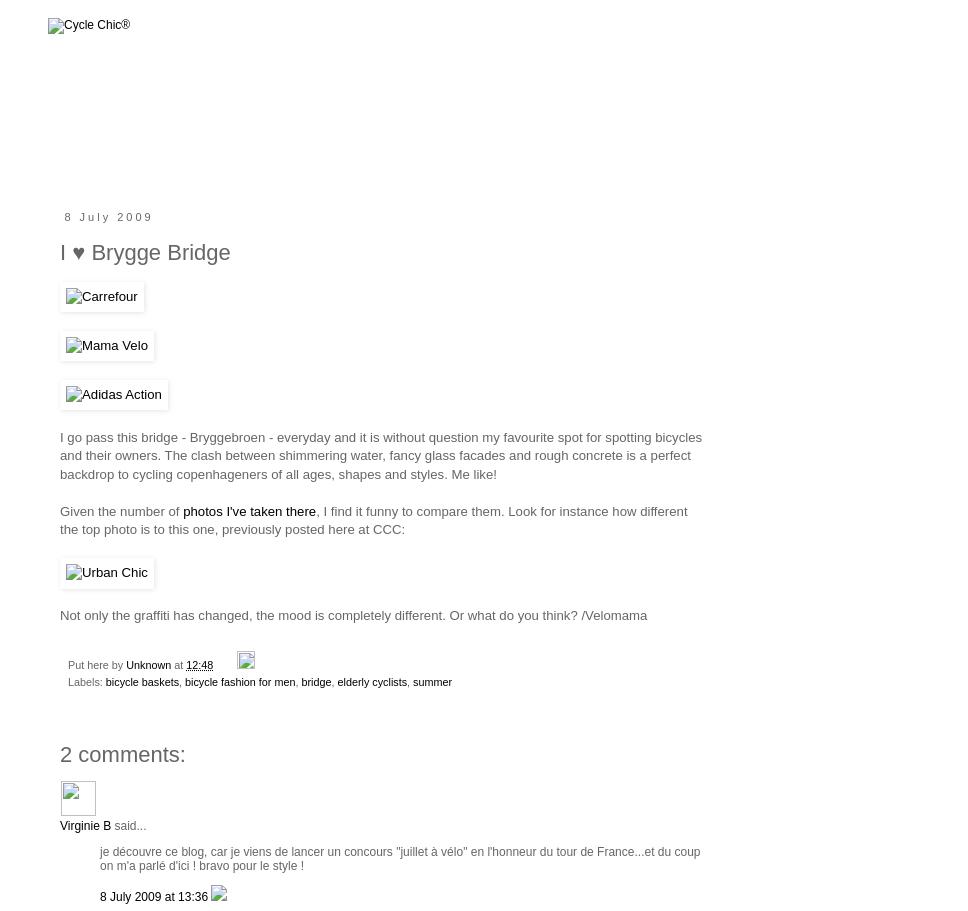 This screenshot has width=968, height=911. Describe the element at coordinates (125, 664) in the screenshot. I see `'Unknown'` at that location.